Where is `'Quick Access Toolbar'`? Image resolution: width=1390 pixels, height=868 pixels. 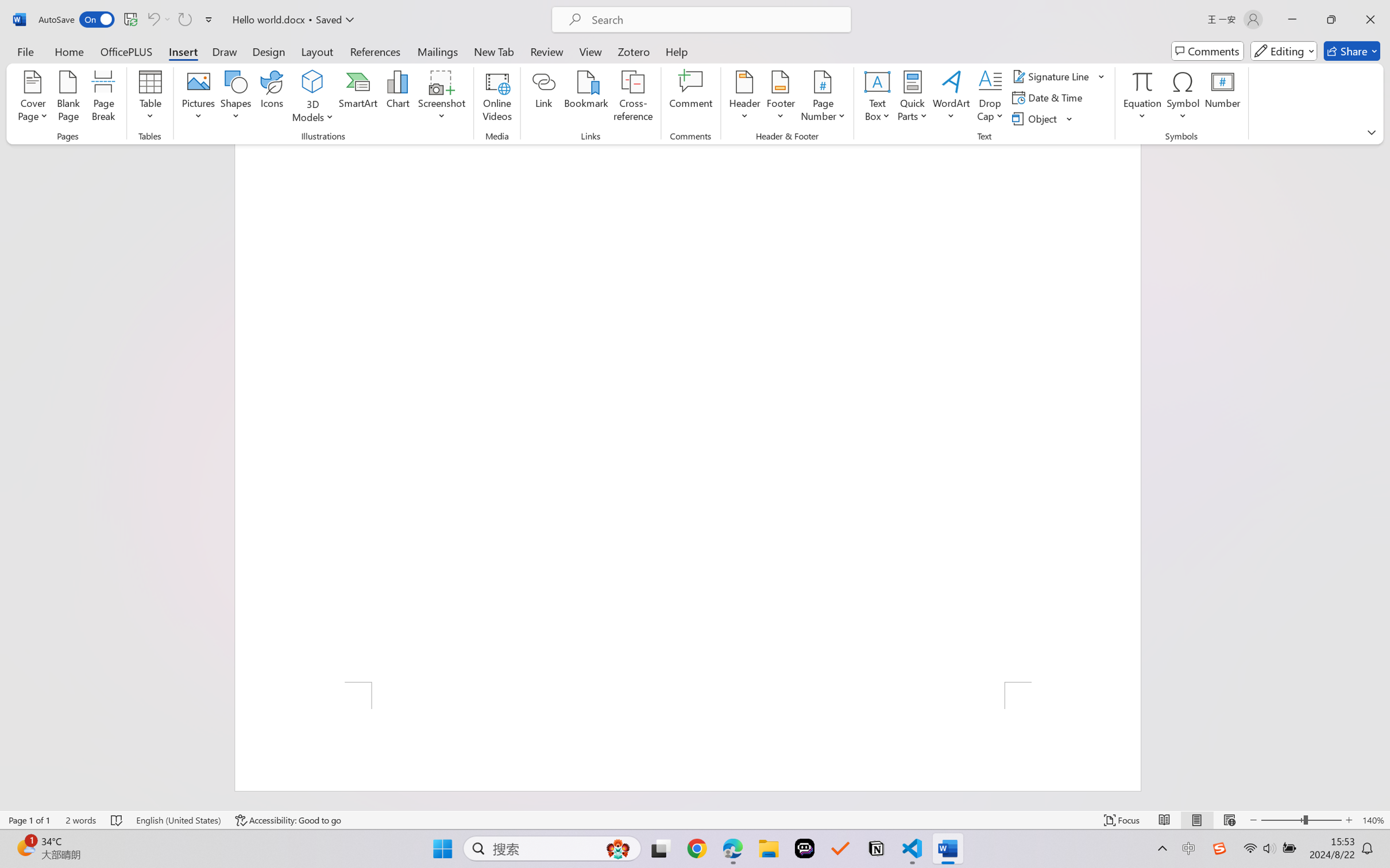 'Quick Access Toolbar' is located at coordinates (128, 19).